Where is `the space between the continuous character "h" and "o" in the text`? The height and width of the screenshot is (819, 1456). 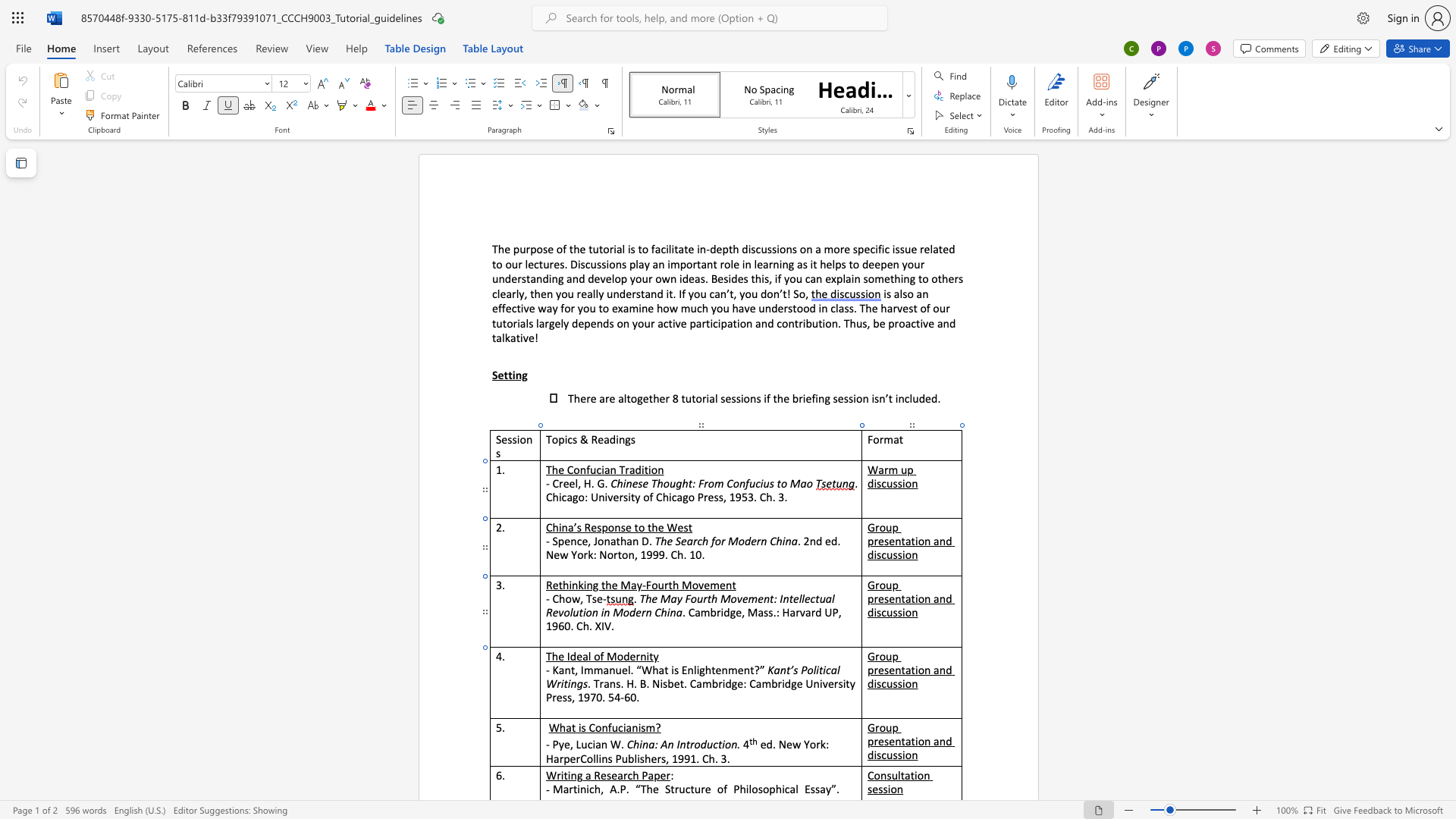 the space between the continuous character "h" and "o" in the text is located at coordinates (564, 598).